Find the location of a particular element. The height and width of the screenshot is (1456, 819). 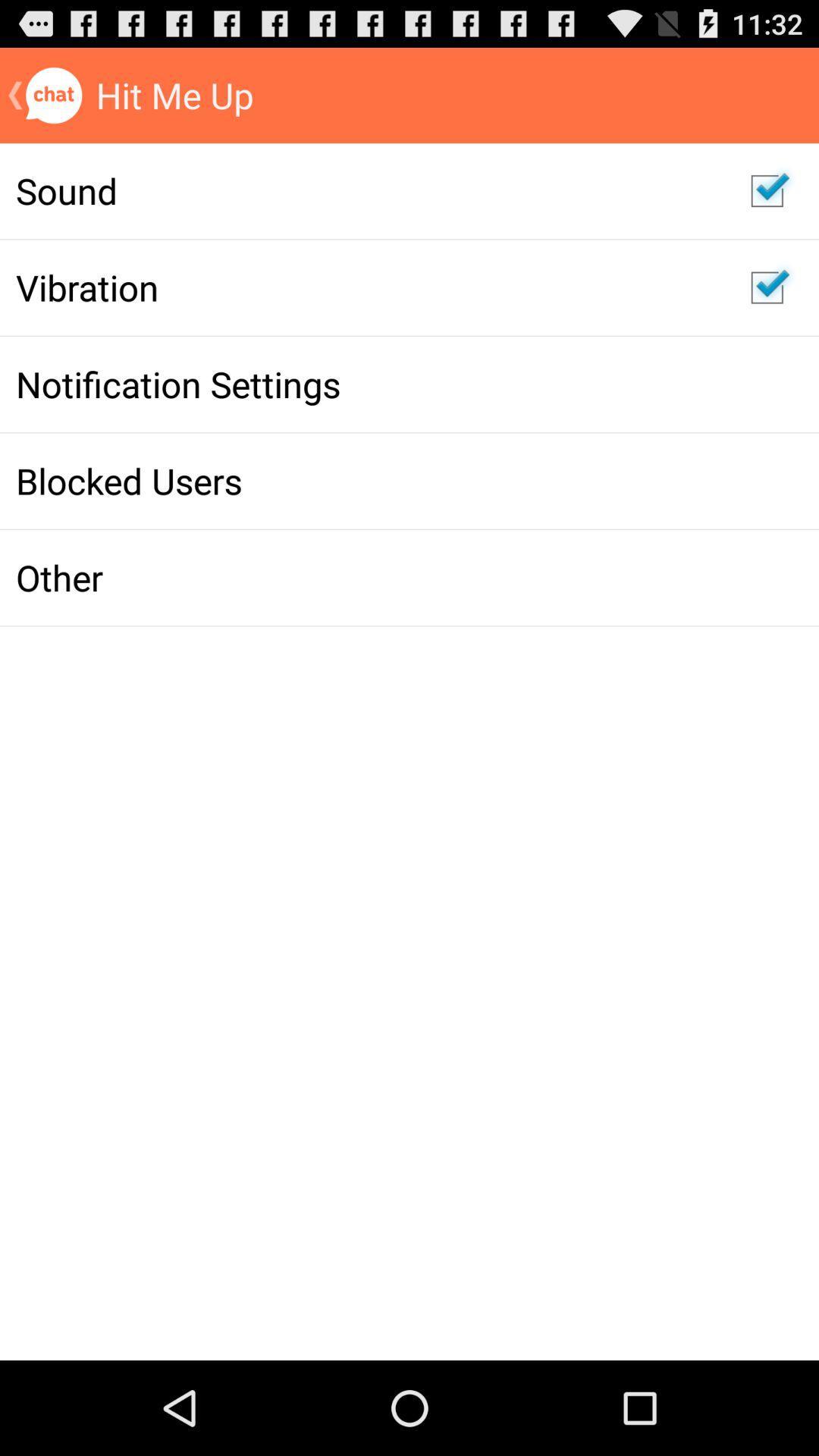

the item above the notification settings item is located at coordinates (367, 287).